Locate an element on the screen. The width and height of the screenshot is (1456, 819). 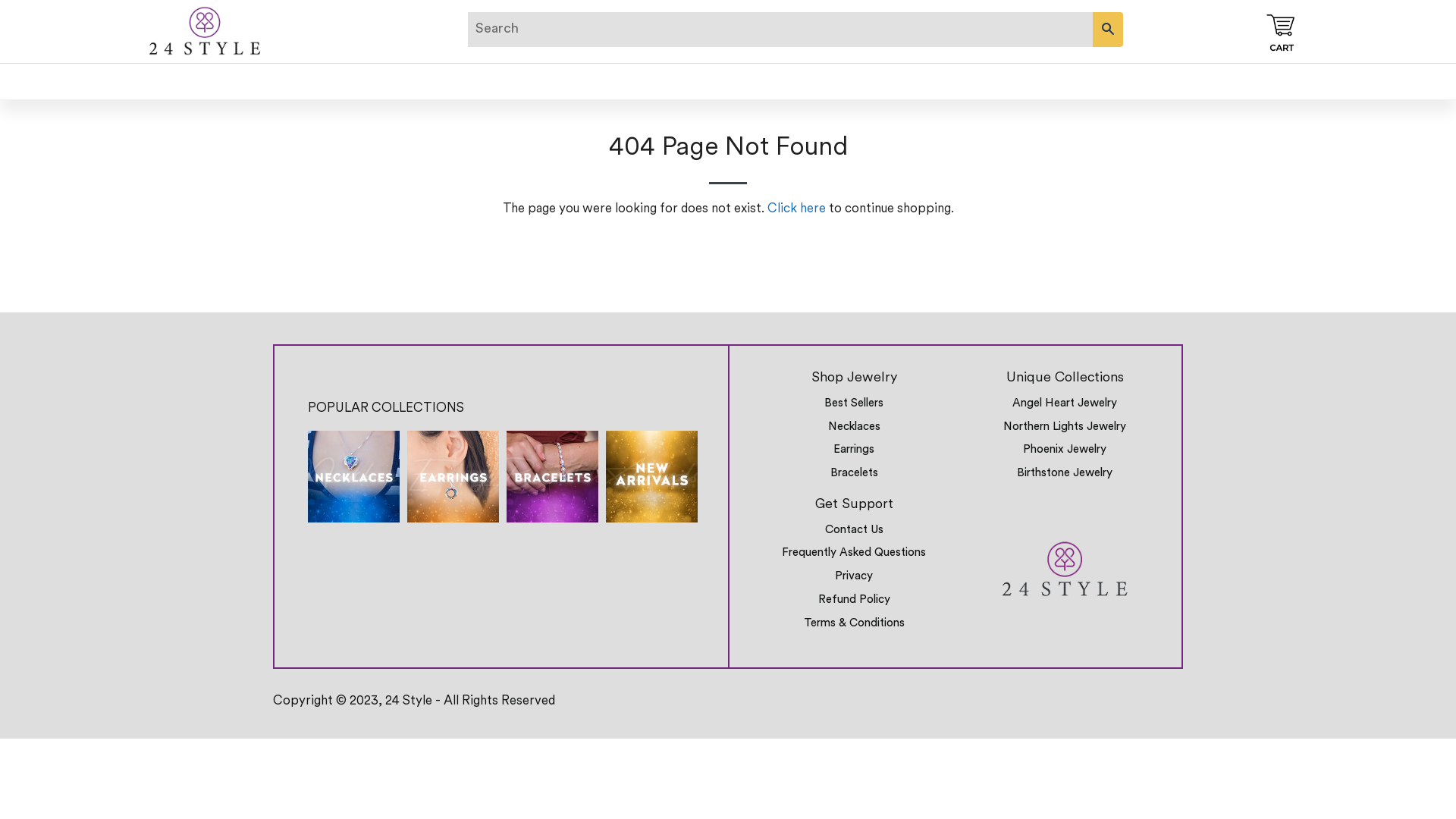
'Angel Heart Jewelry' is located at coordinates (1063, 403).